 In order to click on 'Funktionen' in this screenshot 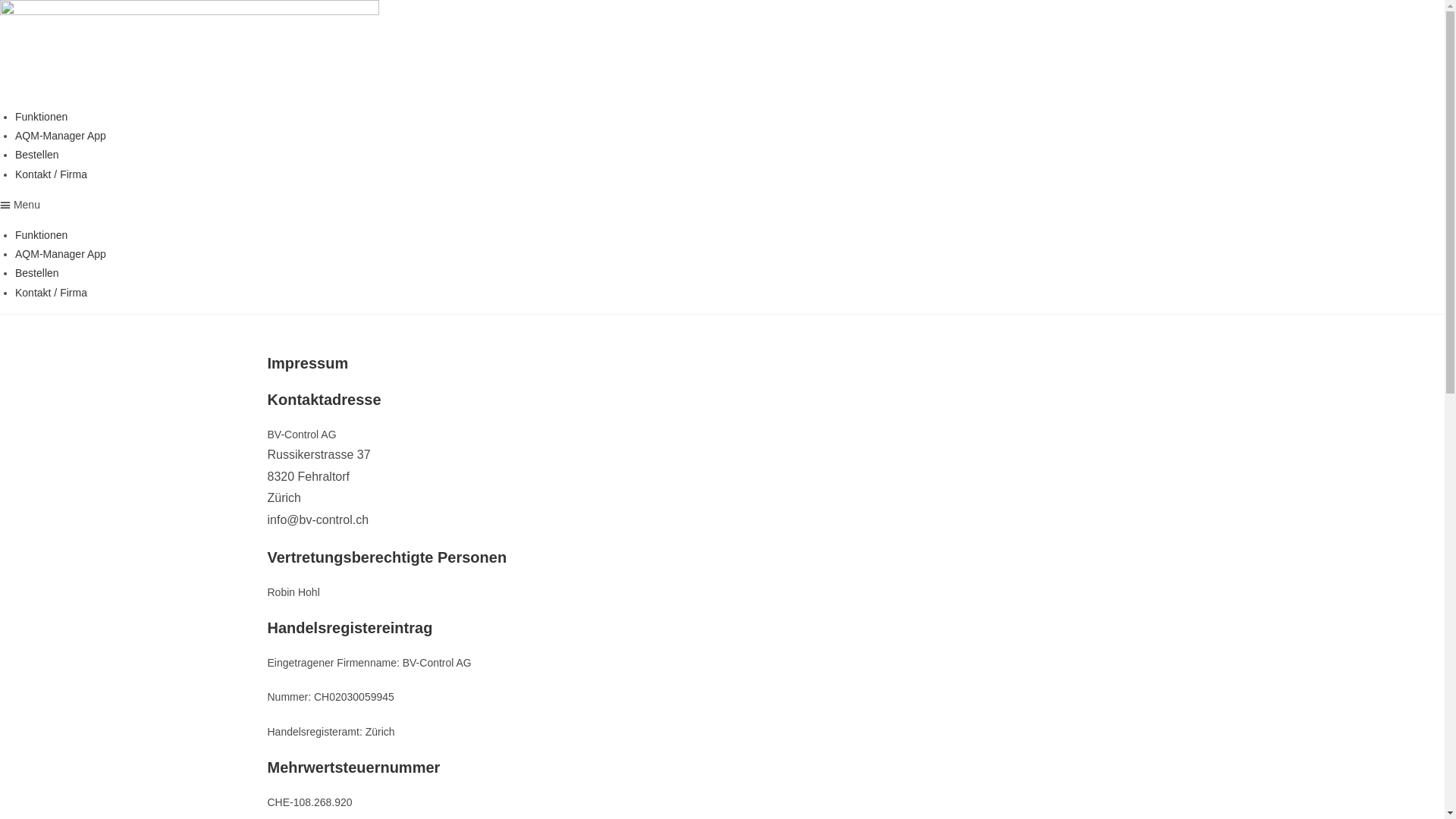, I will do `click(41, 234)`.